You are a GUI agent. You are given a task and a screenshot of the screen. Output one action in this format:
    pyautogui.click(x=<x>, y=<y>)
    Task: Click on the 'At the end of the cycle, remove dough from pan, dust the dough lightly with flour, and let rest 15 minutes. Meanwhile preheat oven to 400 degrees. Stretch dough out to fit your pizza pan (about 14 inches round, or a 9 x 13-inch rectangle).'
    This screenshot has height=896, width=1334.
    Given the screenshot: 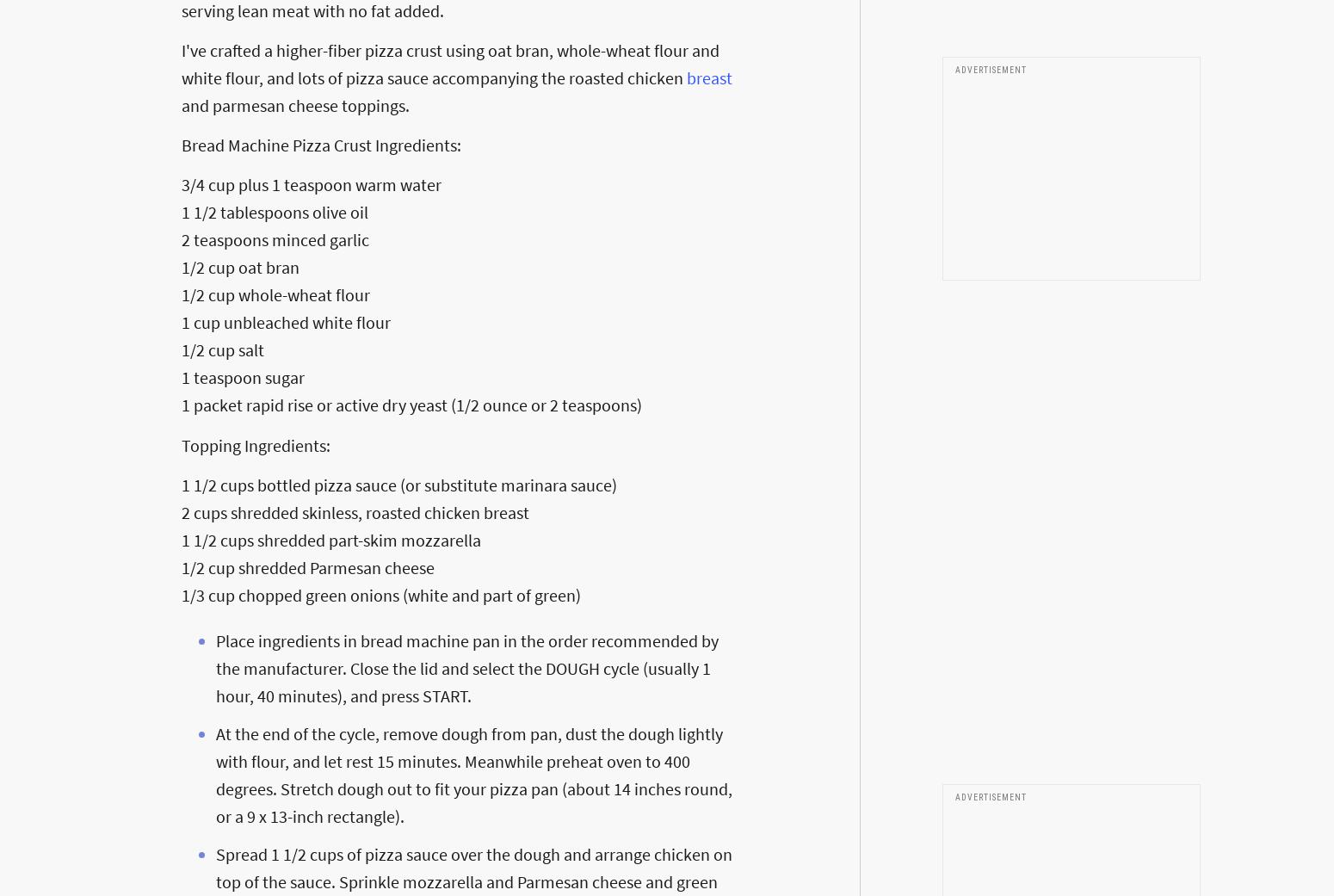 What is the action you would take?
    pyautogui.click(x=474, y=774)
    